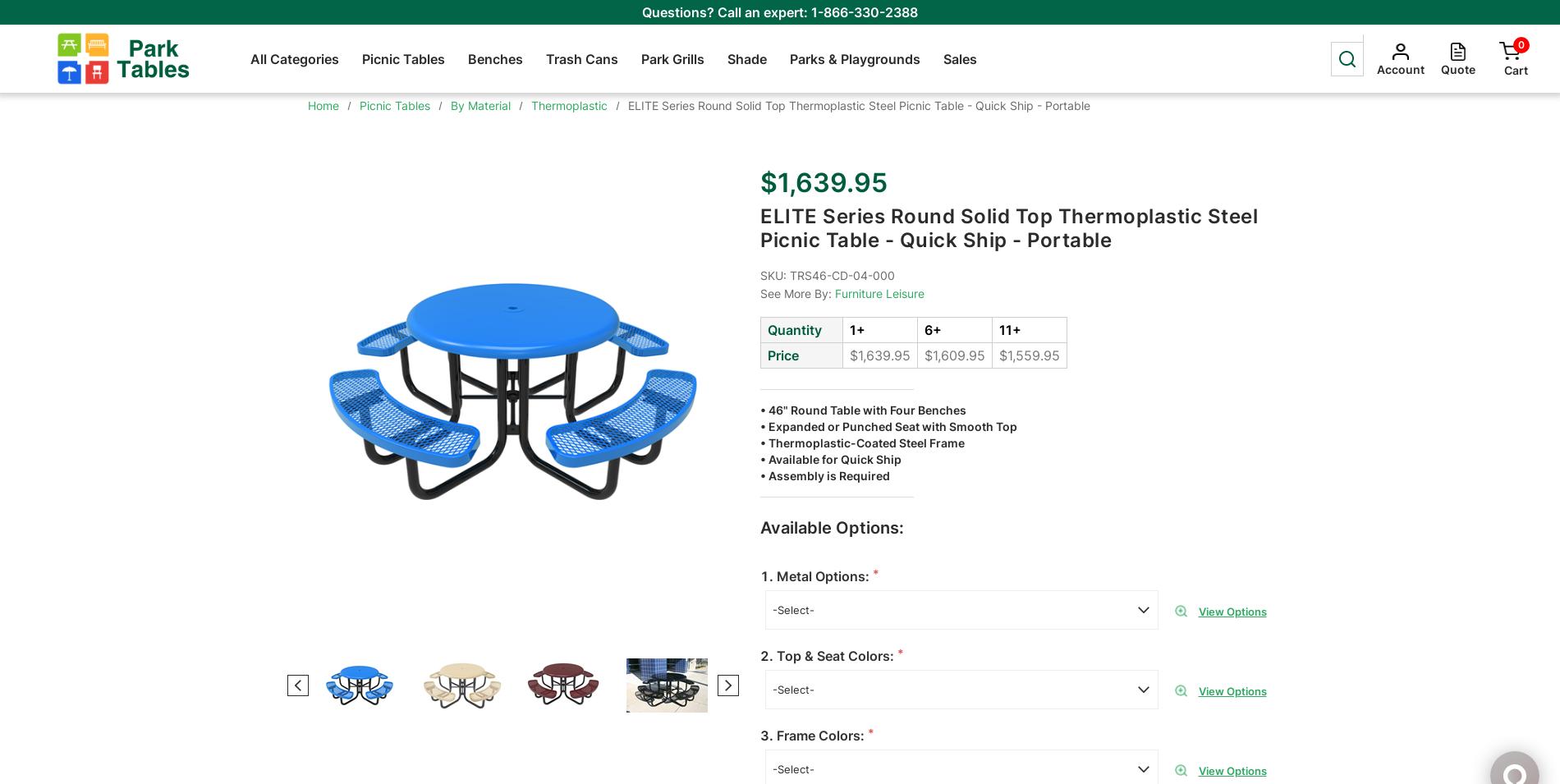 Image resolution: width=1560 pixels, height=784 pixels. Describe the element at coordinates (323, 104) in the screenshot. I see `'Home'` at that location.